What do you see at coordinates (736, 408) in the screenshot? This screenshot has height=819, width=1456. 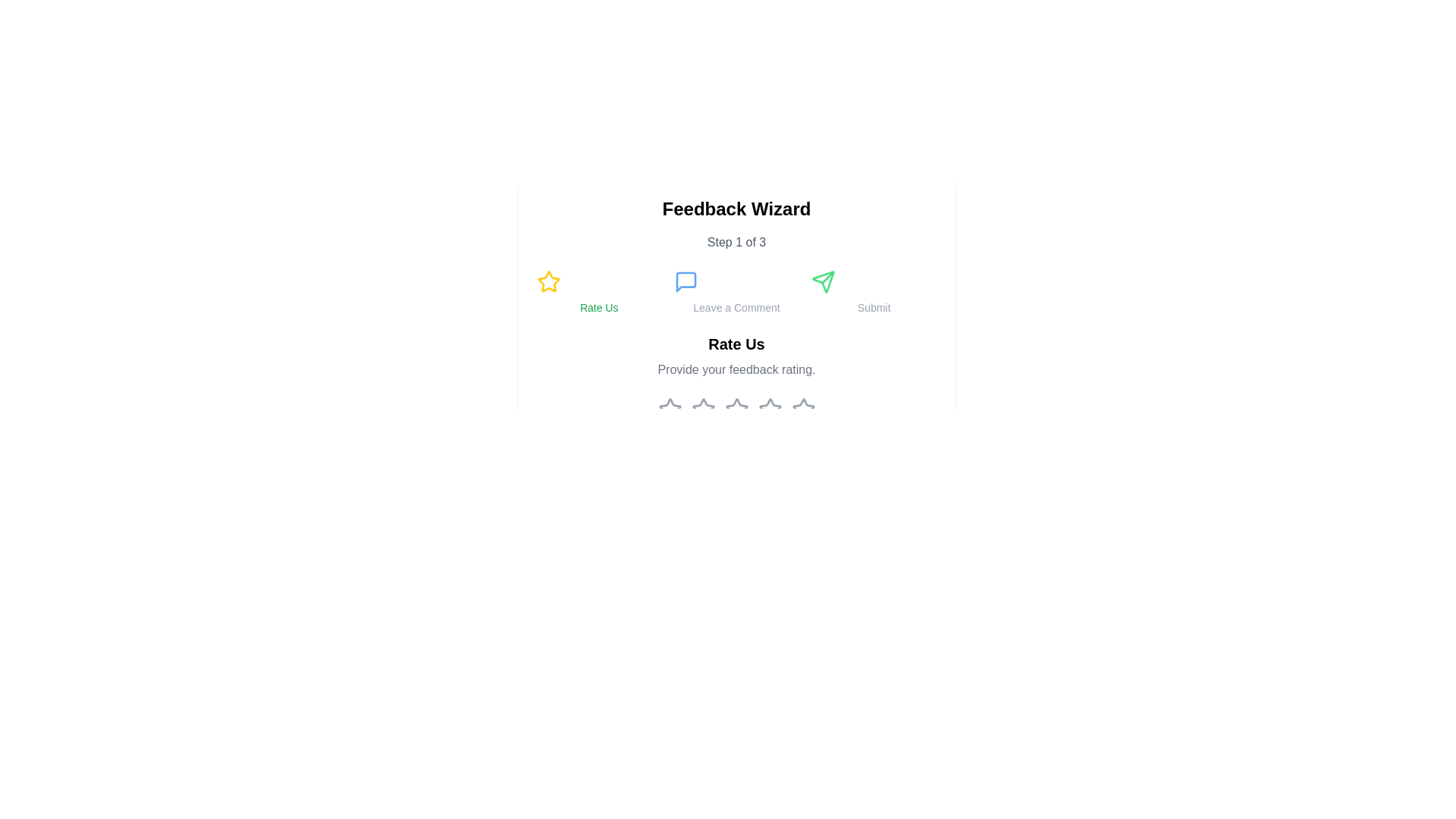 I see `the rating star in the third position from the left within the row of five stars` at bounding box center [736, 408].